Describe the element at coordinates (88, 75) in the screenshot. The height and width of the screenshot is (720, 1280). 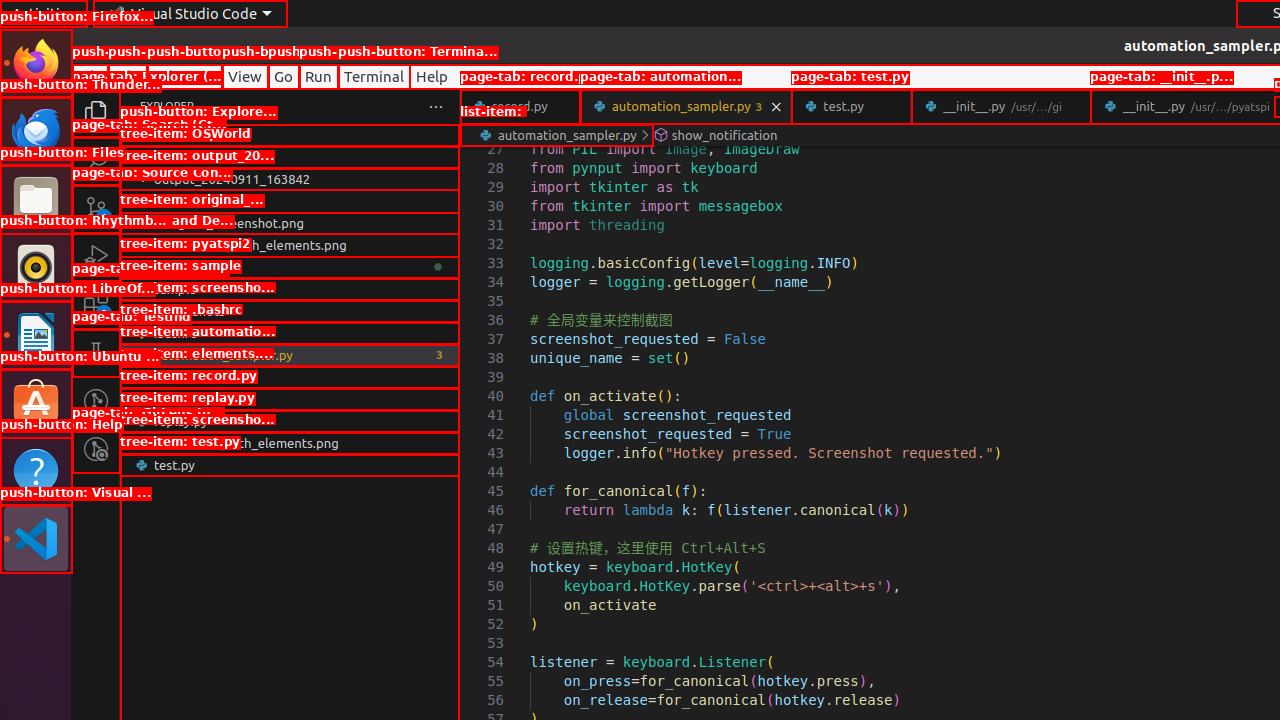
I see `'File'` at that location.